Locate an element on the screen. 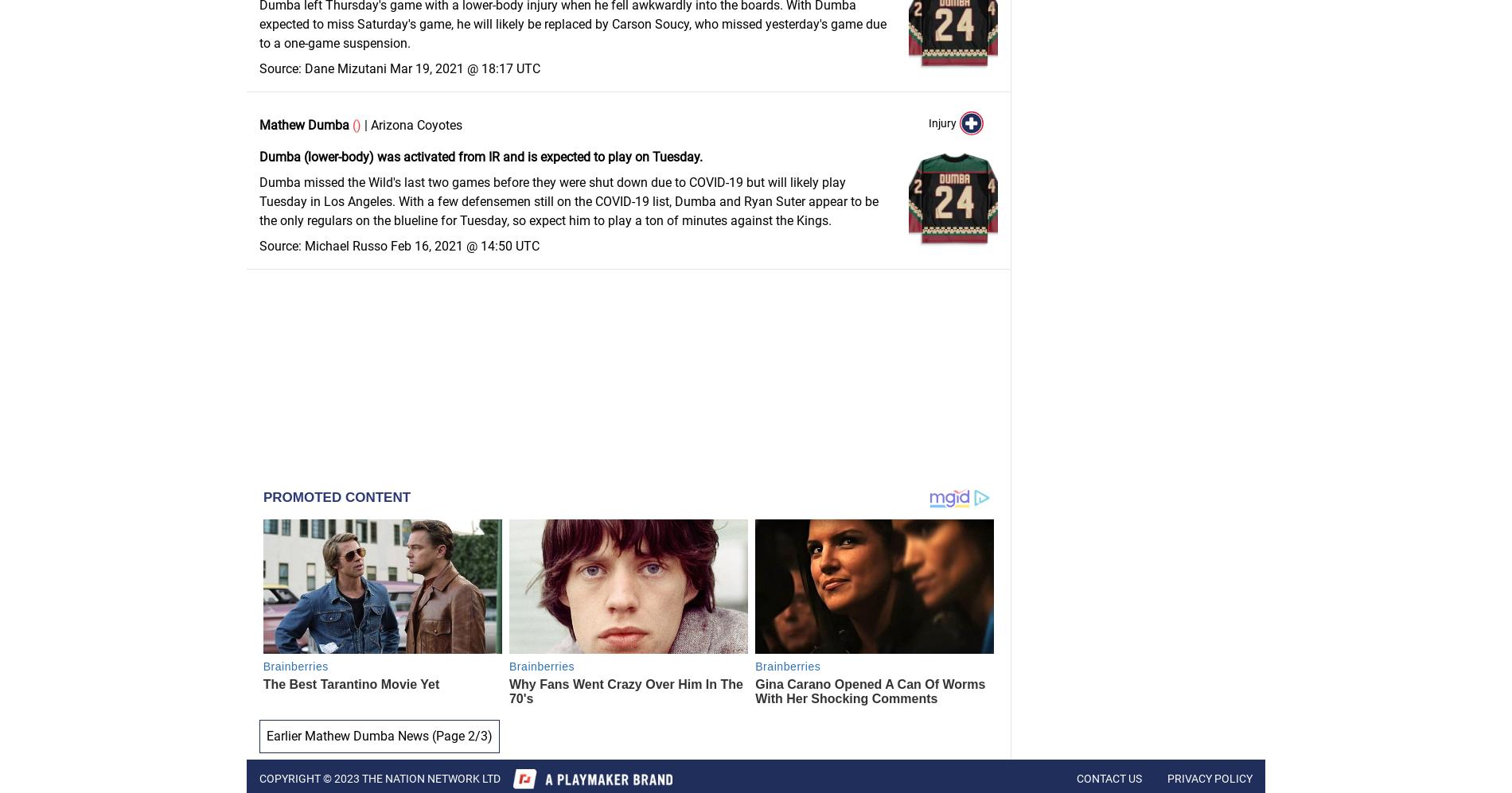  '3' is located at coordinates (484, 736).